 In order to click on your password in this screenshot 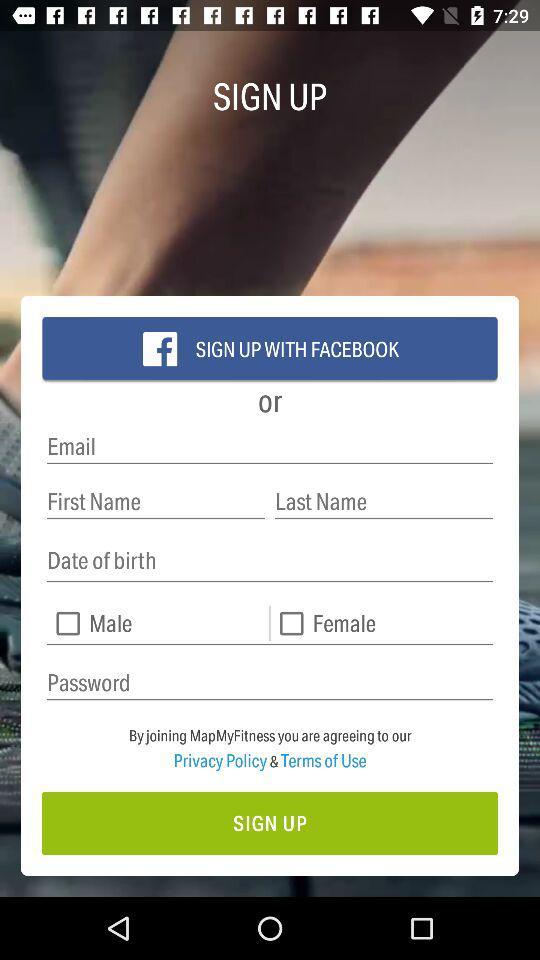, I will do `click(270, 683)`.